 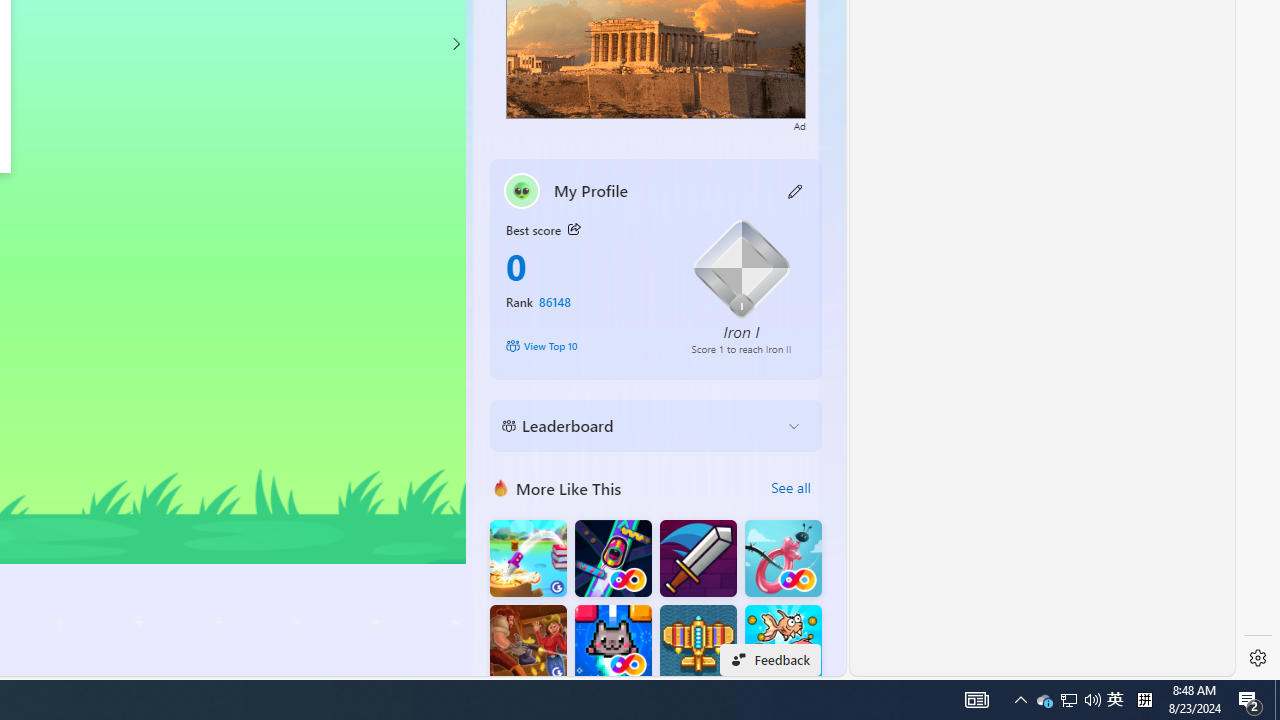 What do you see at coordinates (698, 558) in the screenshot?
I see `'Dungeon Master Knight'` at bounding box center [698, 558].